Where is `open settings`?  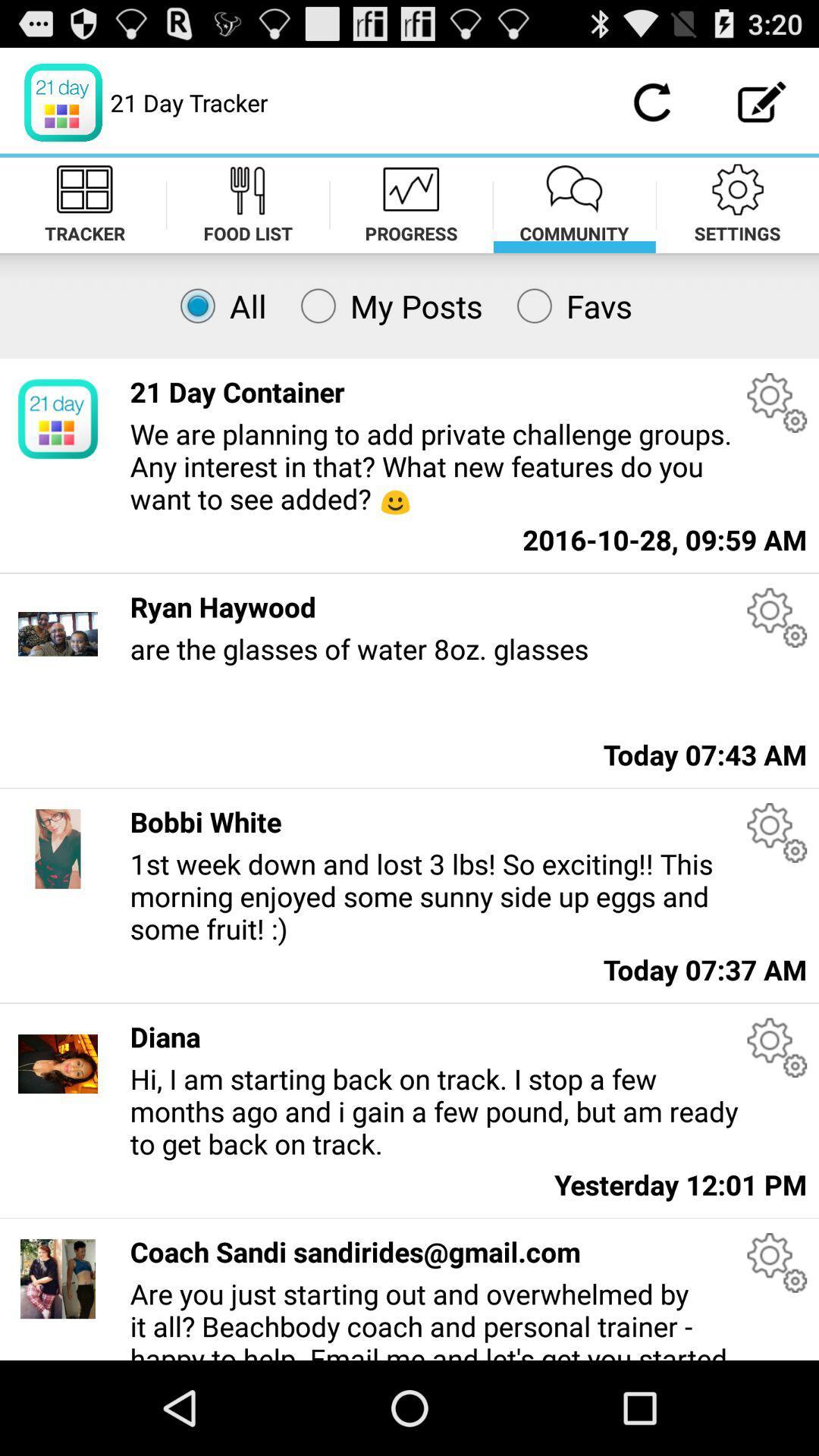
open settings is located at coordinates (777, 1046).